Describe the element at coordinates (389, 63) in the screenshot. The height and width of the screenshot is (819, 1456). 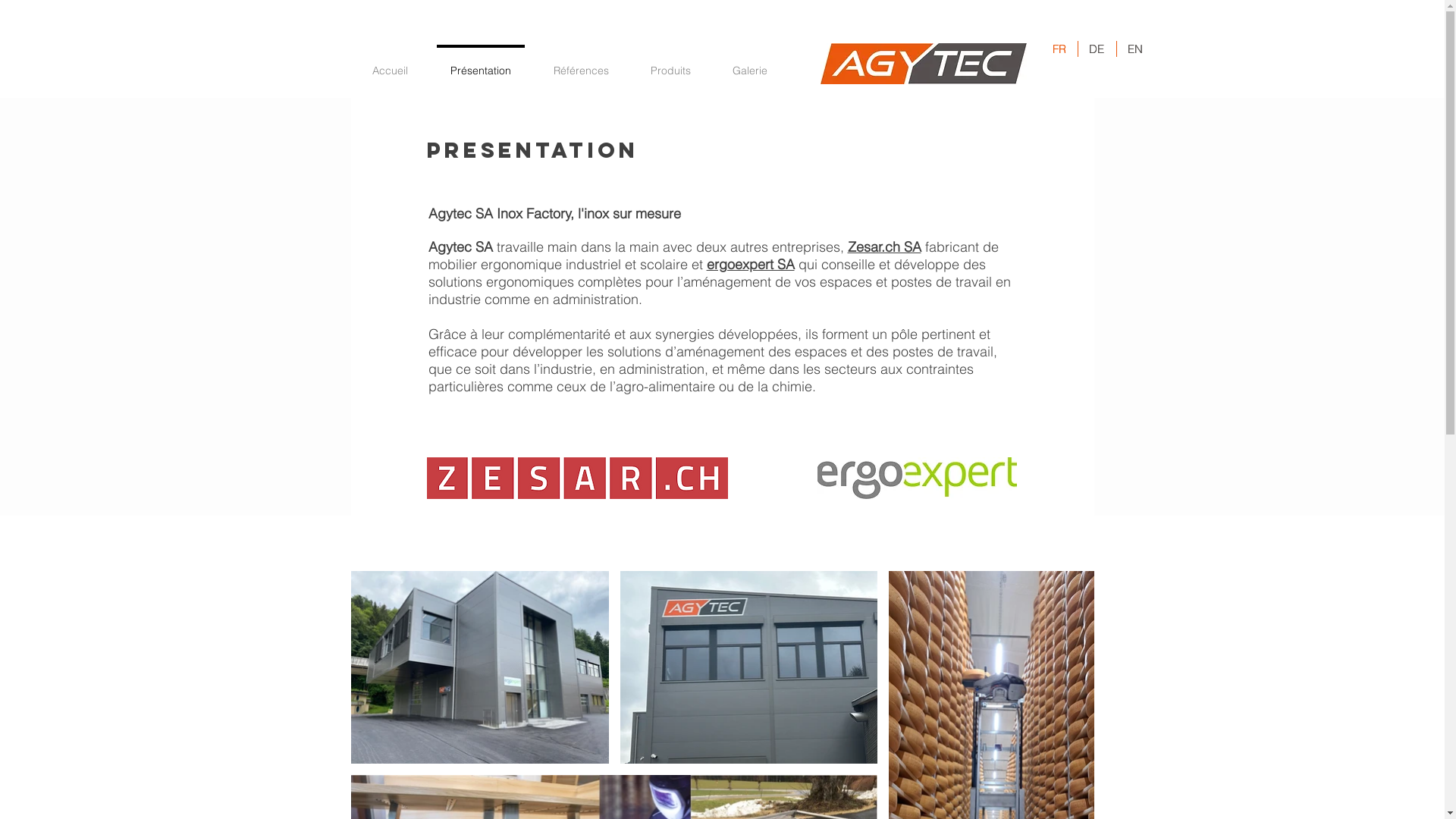
I see `'Accueil'` at that location.